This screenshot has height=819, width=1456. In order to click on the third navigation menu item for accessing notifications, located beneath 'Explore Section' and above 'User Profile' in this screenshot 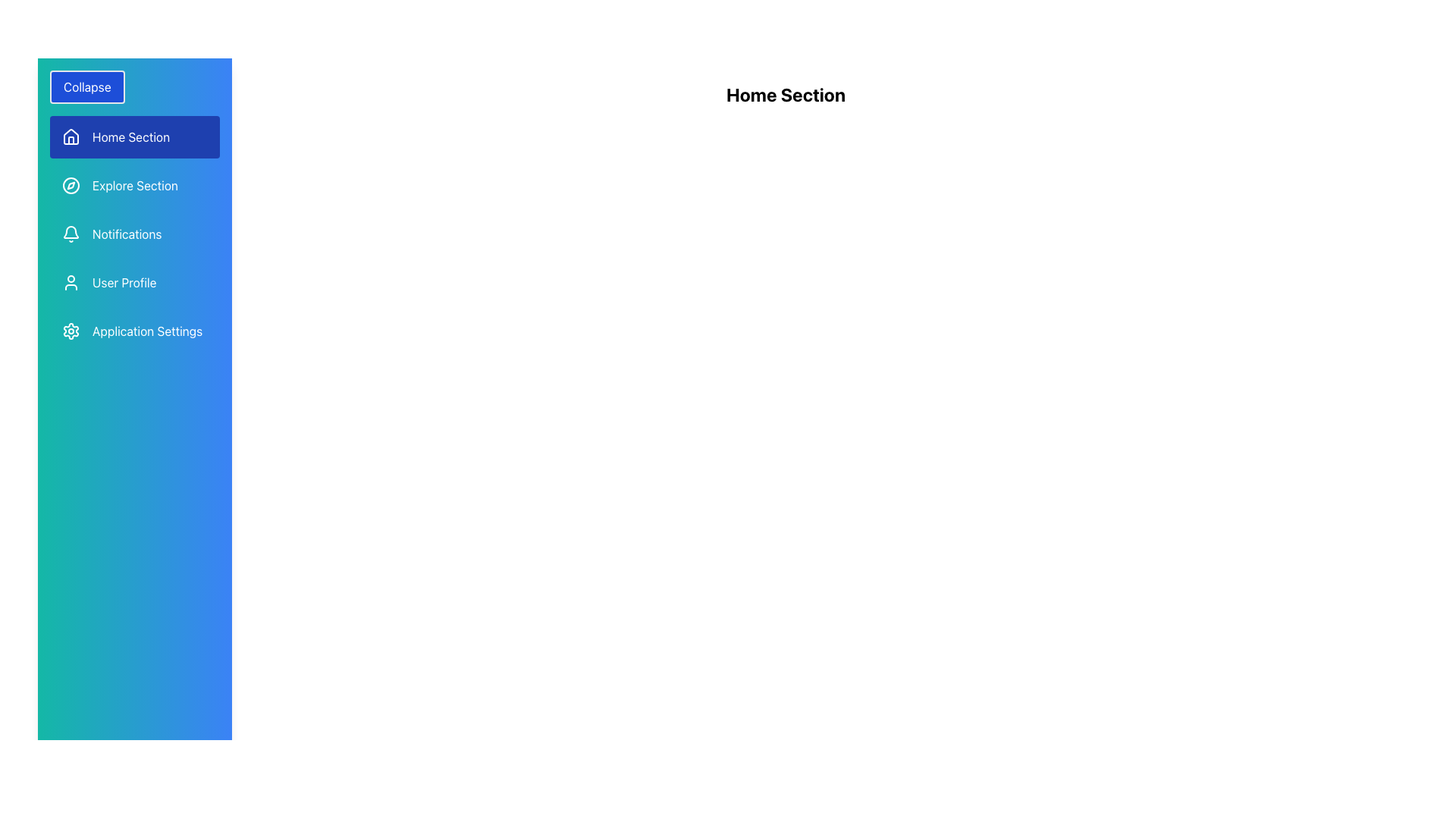, I will do `click(134, 234)`.